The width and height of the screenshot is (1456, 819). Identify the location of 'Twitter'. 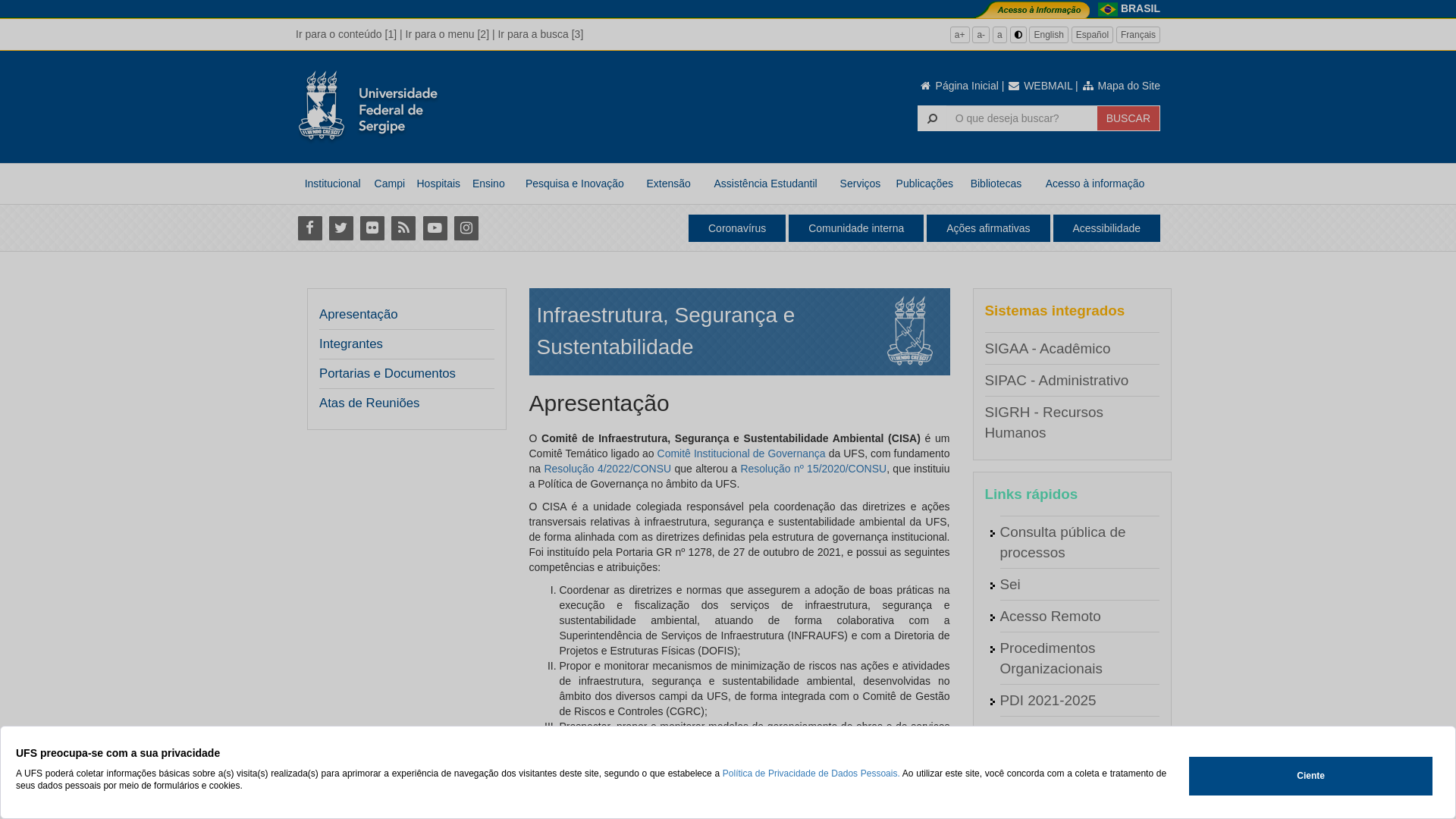
(340, 227).